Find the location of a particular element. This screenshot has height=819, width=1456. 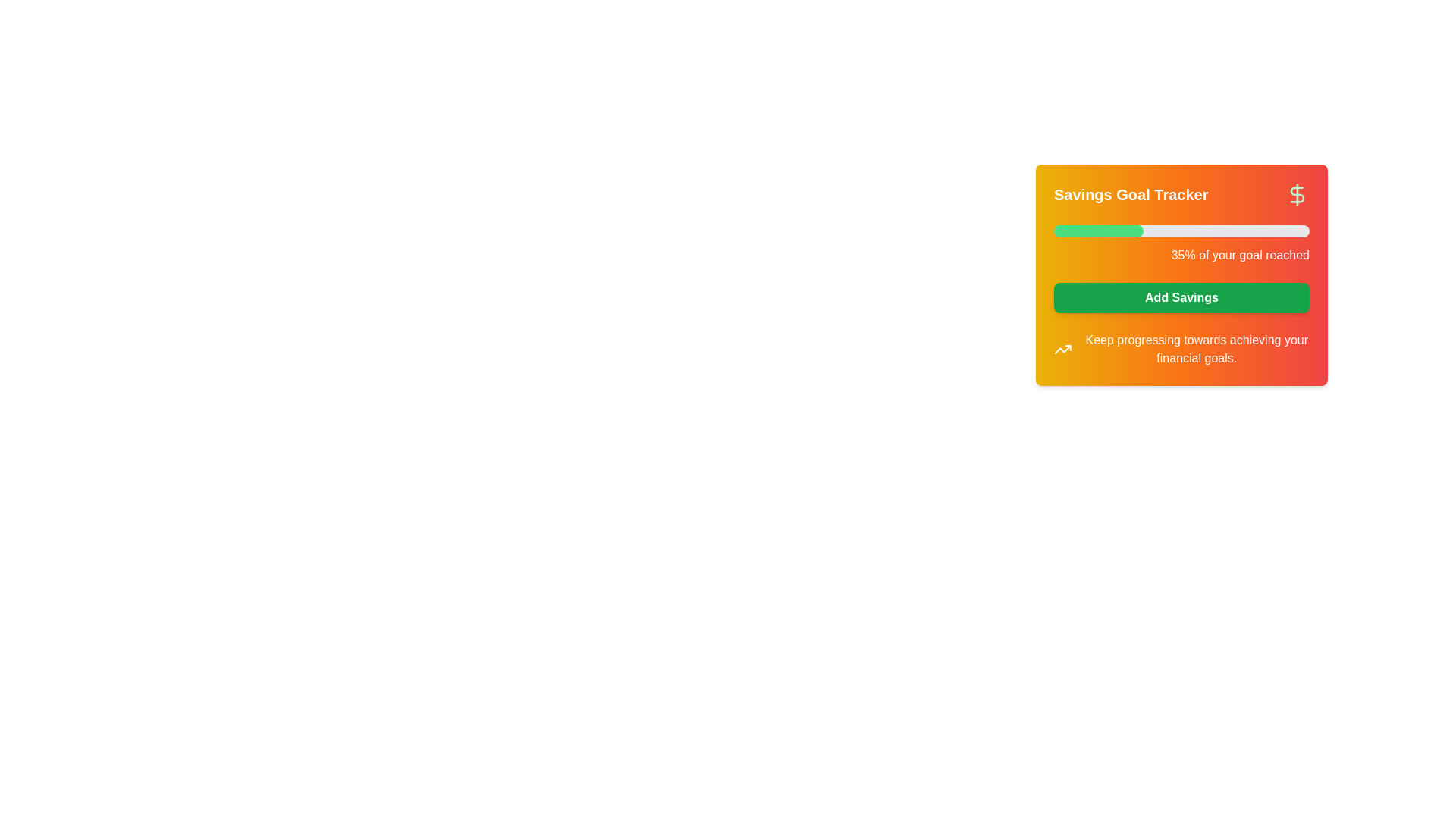

the informative text element that reads 'Keep progressing towards achieving your financial goals.' with an upward trend icon, located at the bottom of the 'Savings Goal Tracker' card is located at coordinates (1181, 350).